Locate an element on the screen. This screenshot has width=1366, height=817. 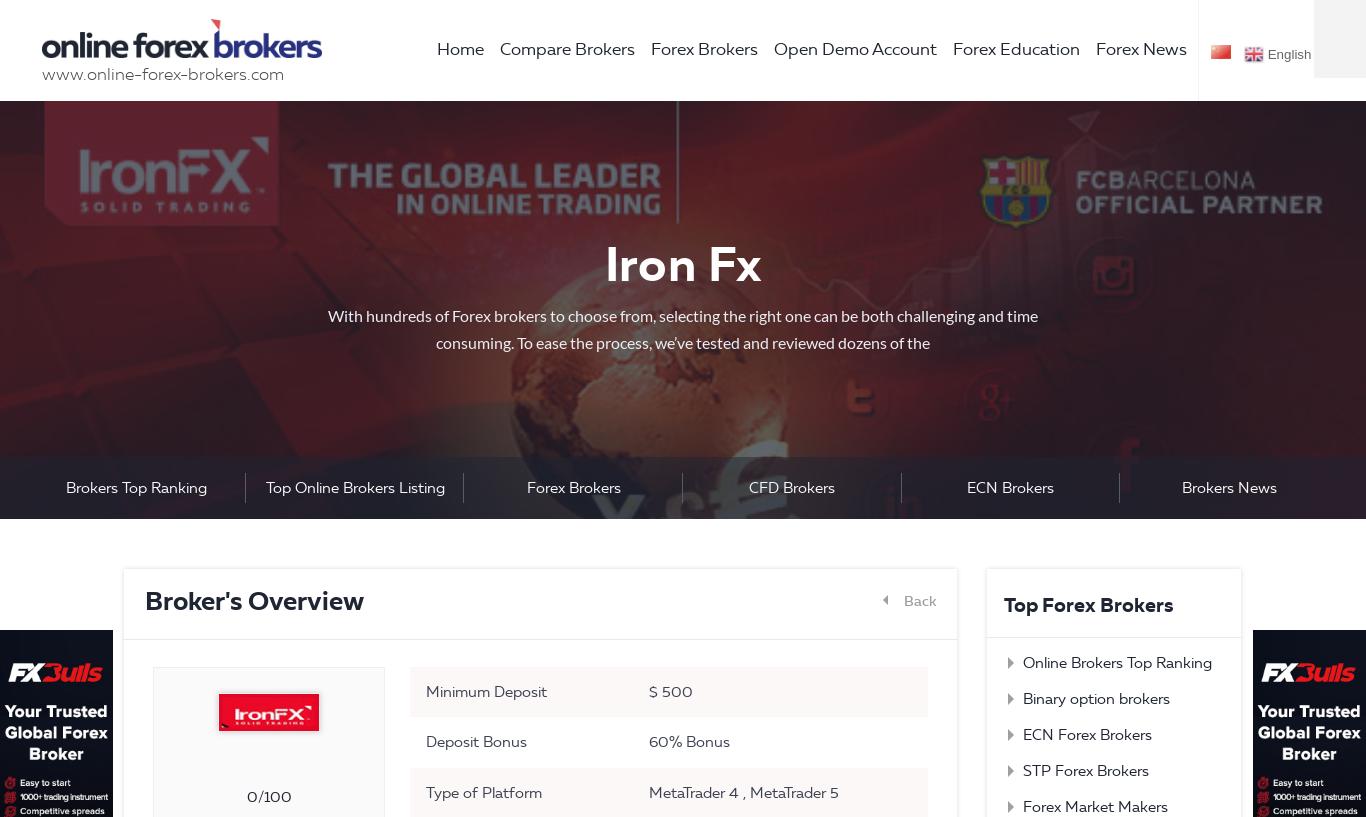
'Online Brokers Top Ranking' is located at coordinates (1022, 661).